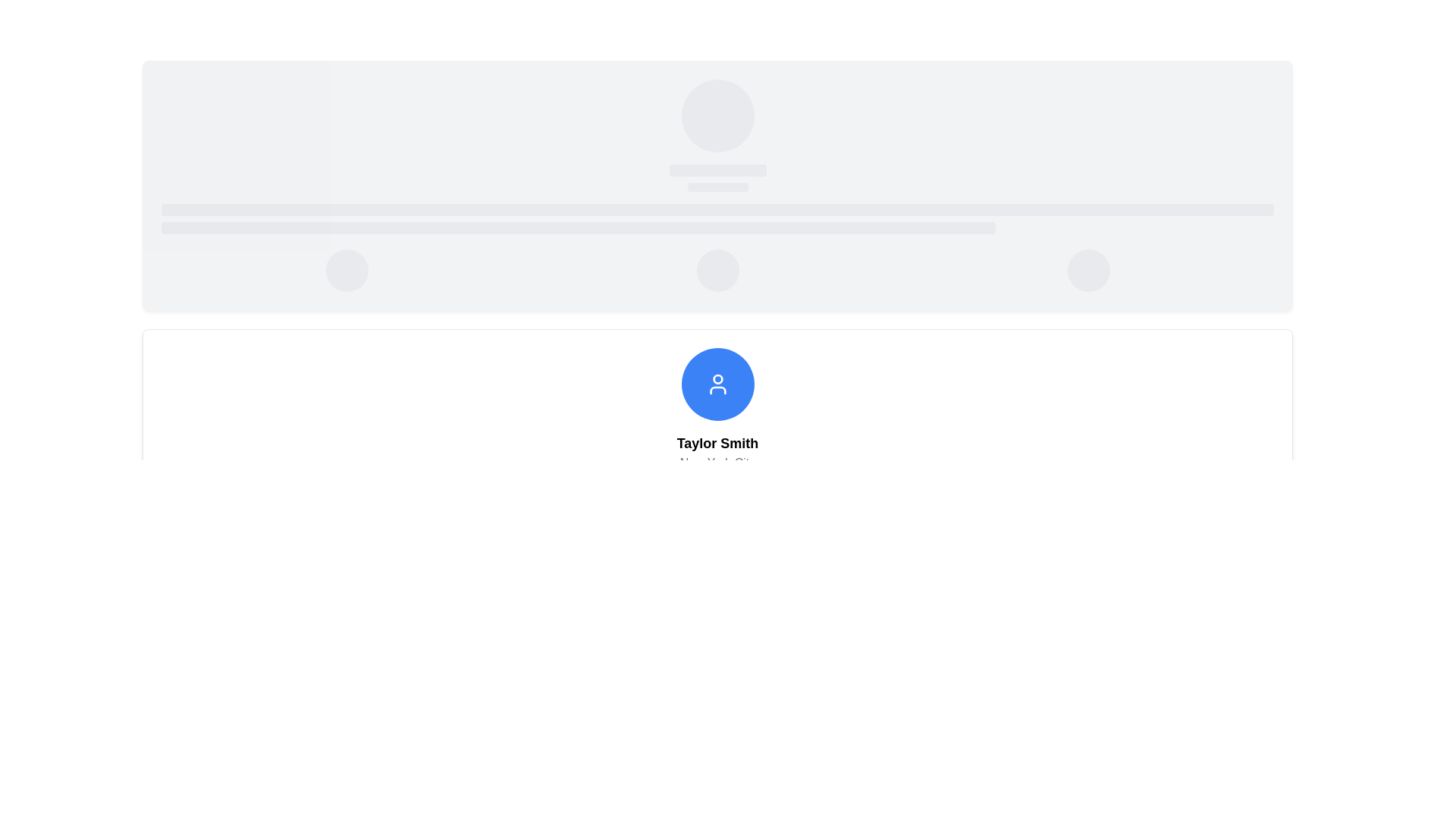 The image size is (1456, 819). What do you see at coordinates (717, 383) in the screenshot?
I see `the user profile icon located at the top of the card displaying 'Taylor Smith'` at bounding box center [717, 383].